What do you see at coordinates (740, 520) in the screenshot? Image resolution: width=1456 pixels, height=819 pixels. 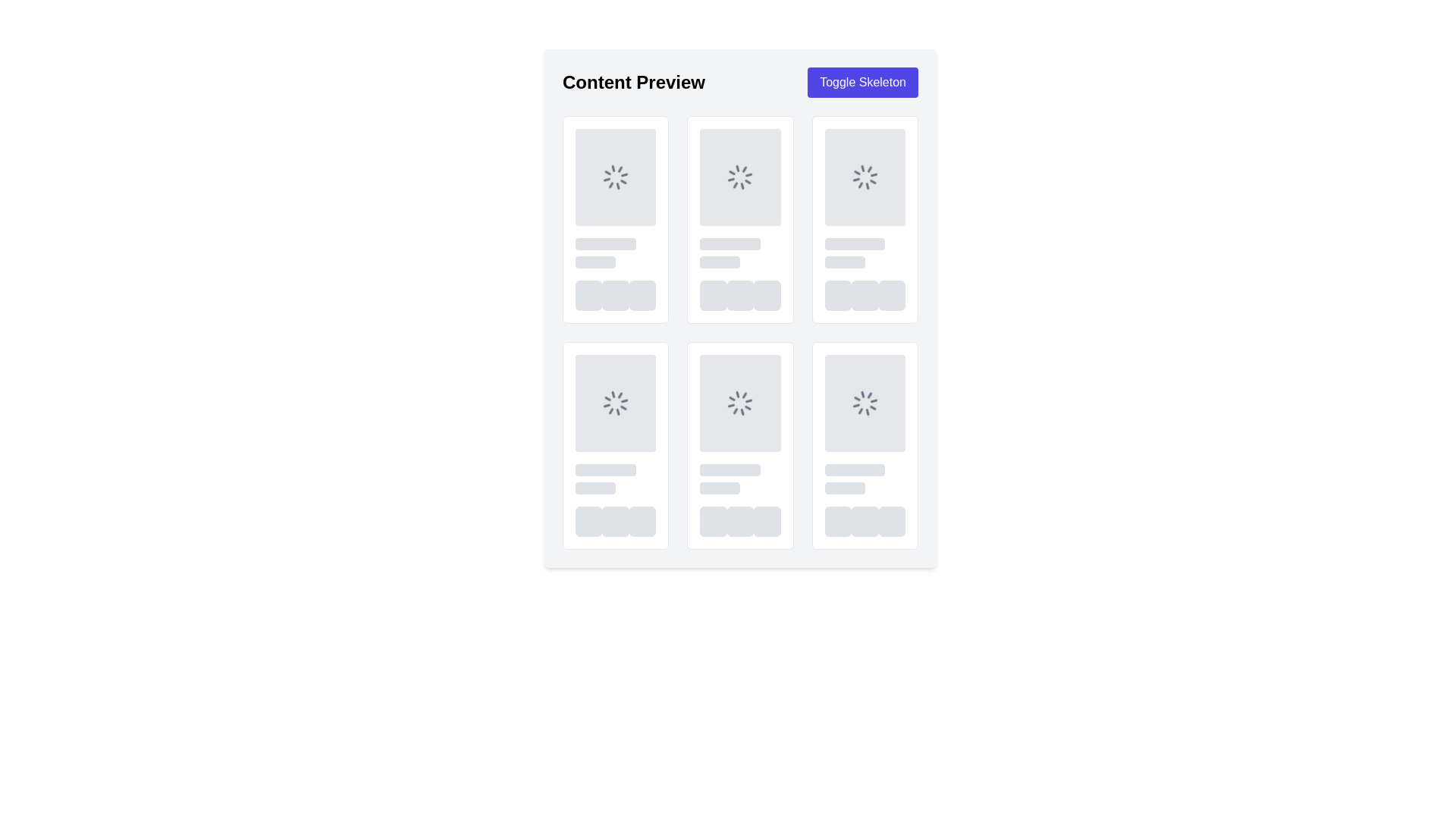 I see `Loading placeholder, a small square component with a light gray background and rounded corners, located centrally in the layout` at bounding box center [740, 520].